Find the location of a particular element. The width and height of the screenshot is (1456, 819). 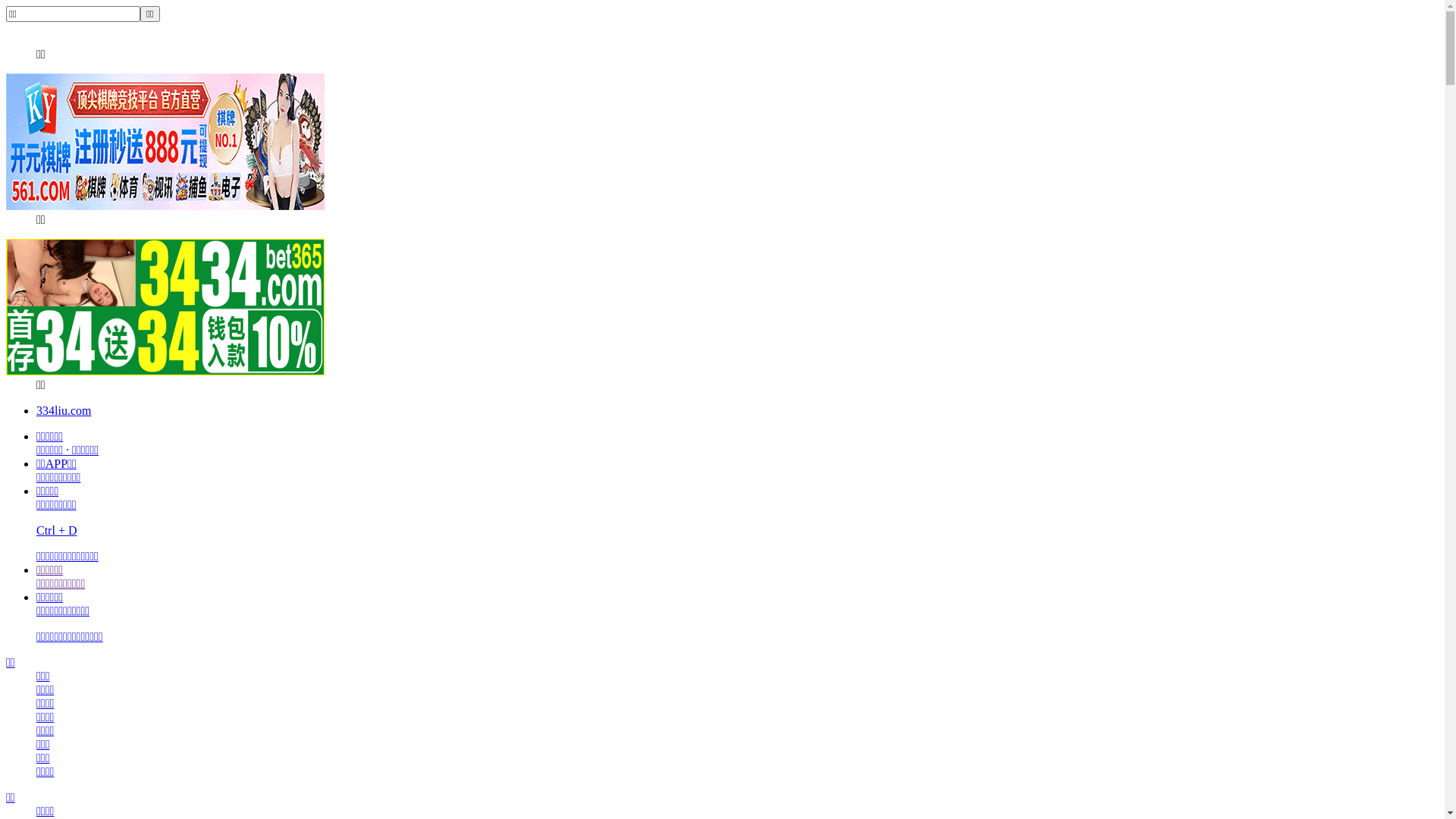

'334liu.com' is located at coordinates (36, 410).